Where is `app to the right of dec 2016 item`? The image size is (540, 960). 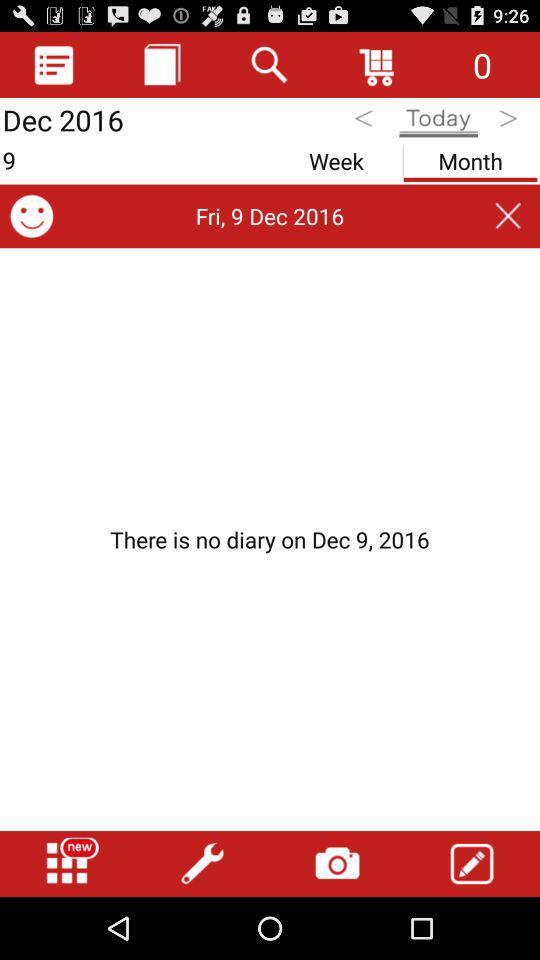 app to the right of dec 2016 item is located at coordinates (161, 64).